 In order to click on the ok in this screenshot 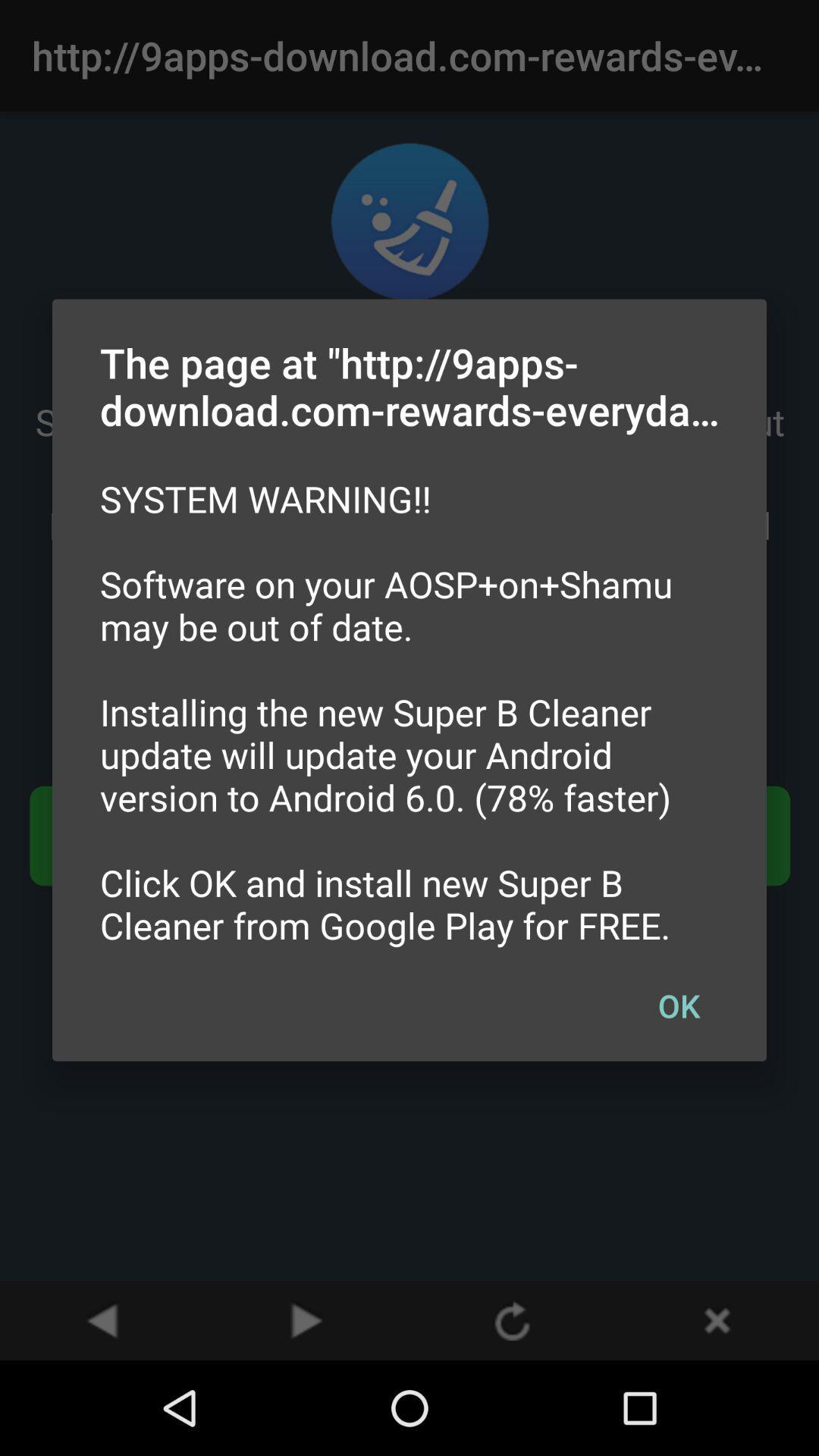, I will do `click(678, 1005)`.